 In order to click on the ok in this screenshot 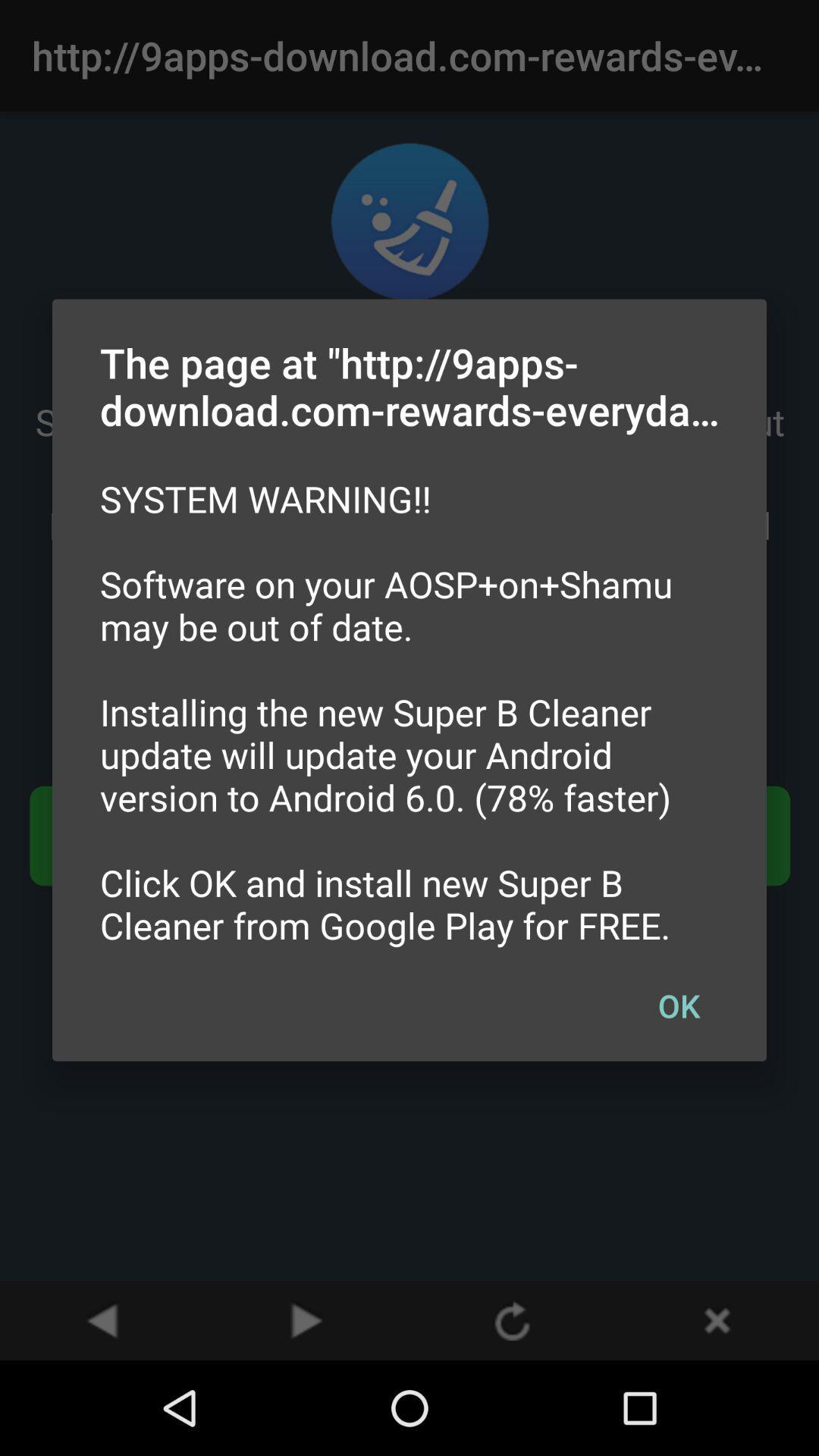, I will do `click(678, 1005)`.